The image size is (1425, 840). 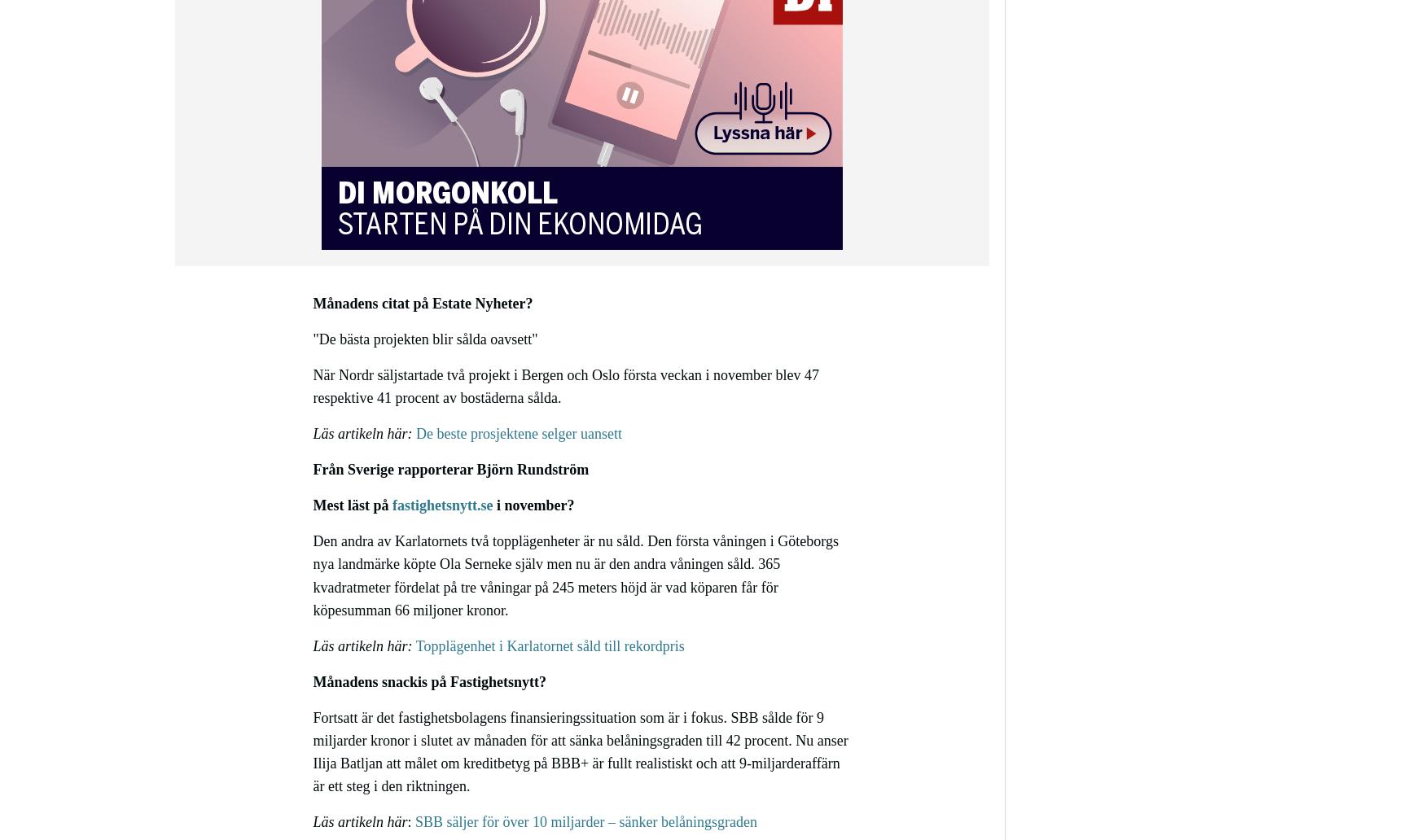 I want to click on 'fastighetsnytt.se', so click(x=441, y=505).